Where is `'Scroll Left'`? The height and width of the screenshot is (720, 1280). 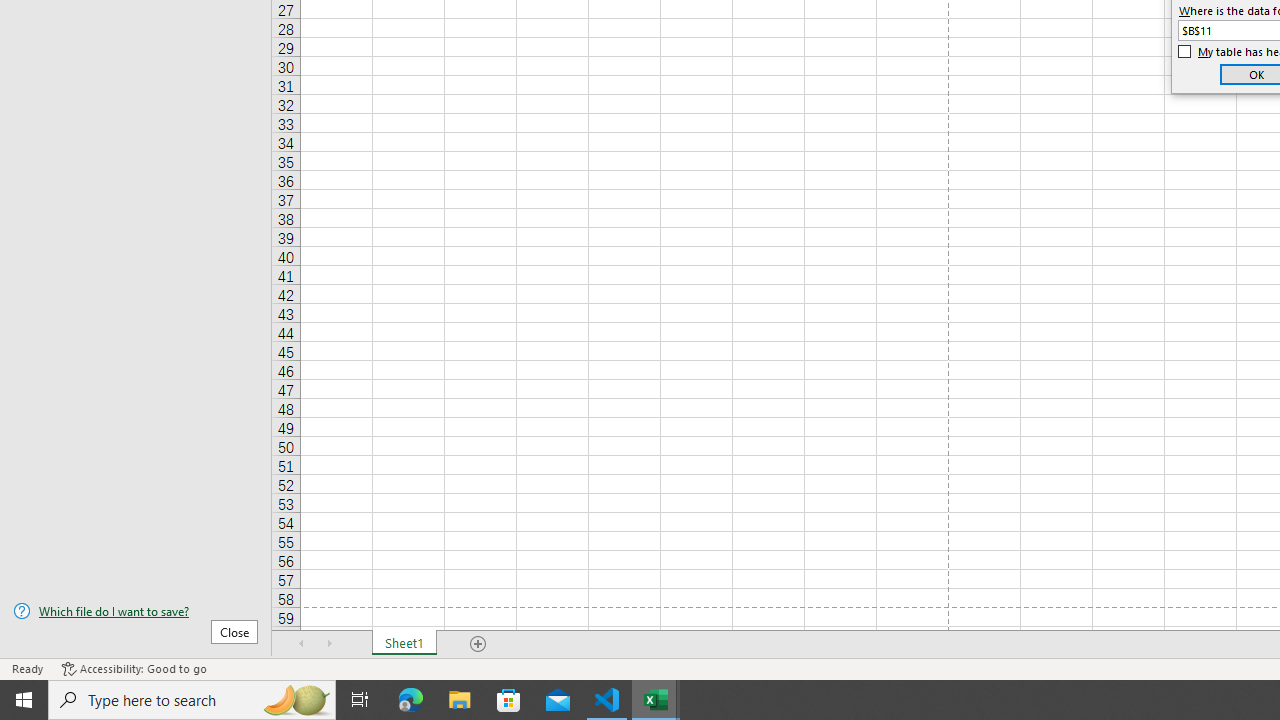
'Scroll Left' is located at coordinates (301, 644).